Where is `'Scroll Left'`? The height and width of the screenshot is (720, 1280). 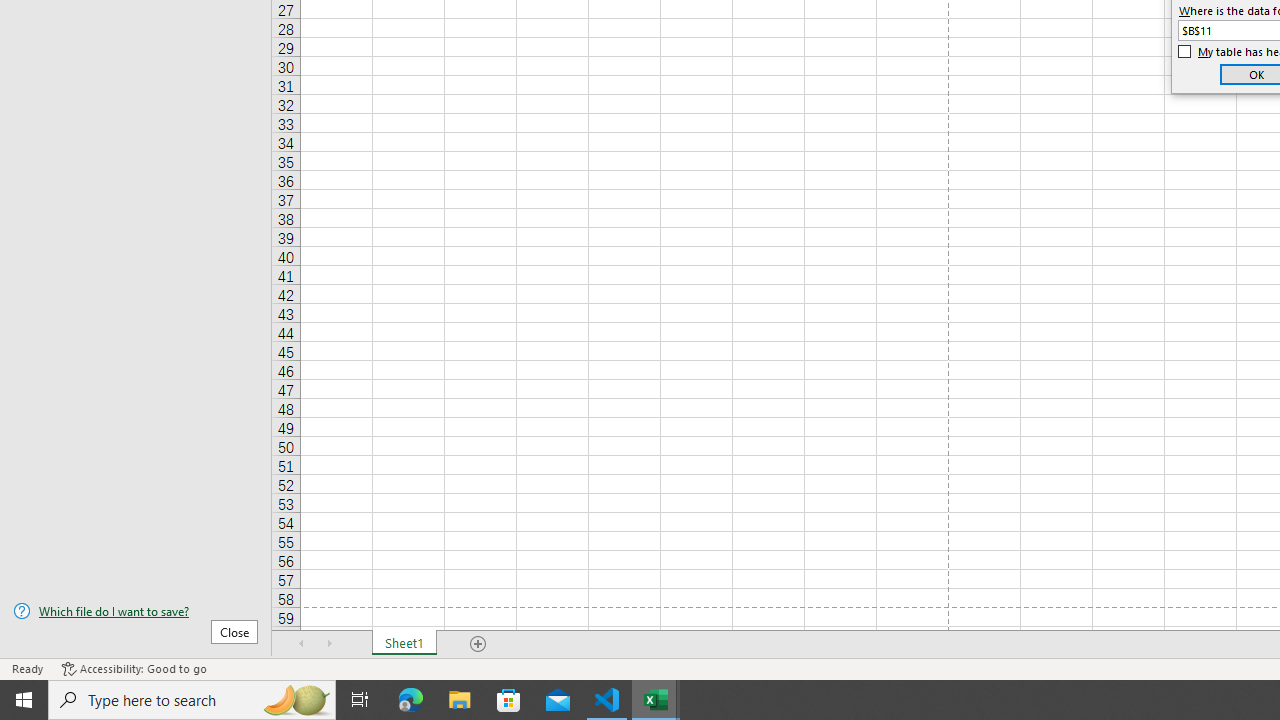
'Scroll Left' is located at coordinates (301, 644).